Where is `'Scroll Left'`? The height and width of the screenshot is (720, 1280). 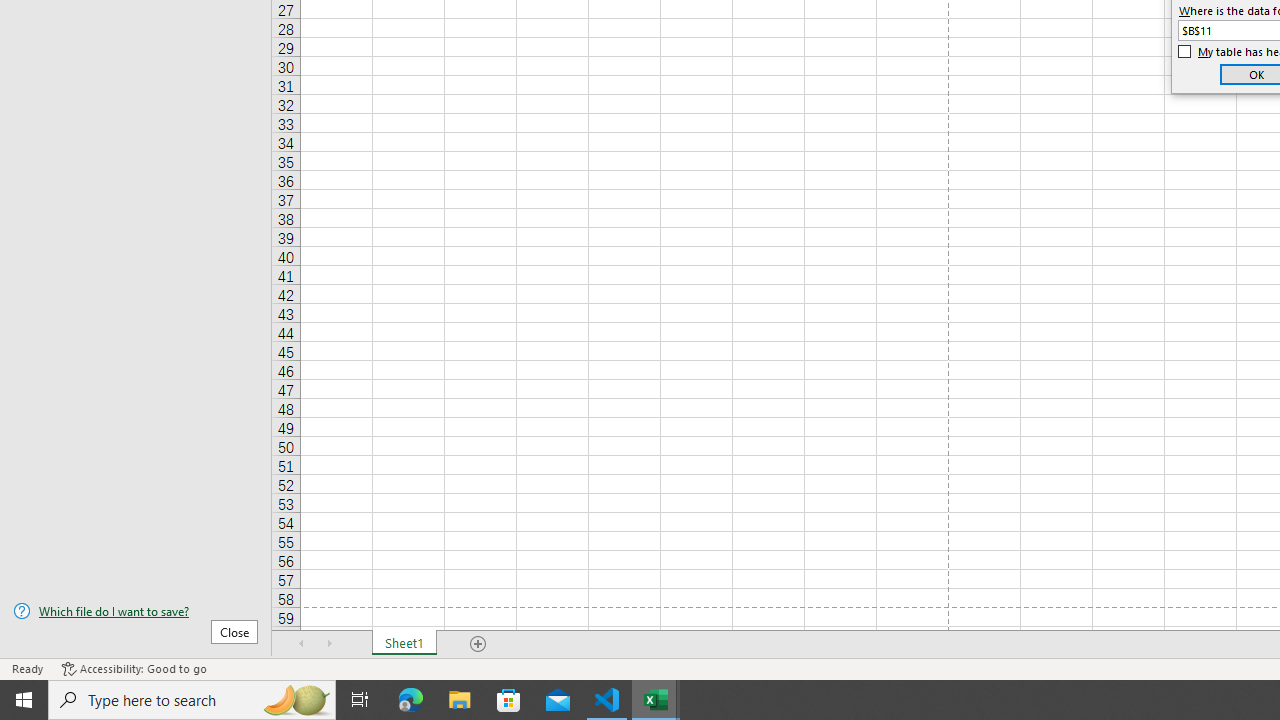
'Scroll Left' is located at coordinates (301, 644).